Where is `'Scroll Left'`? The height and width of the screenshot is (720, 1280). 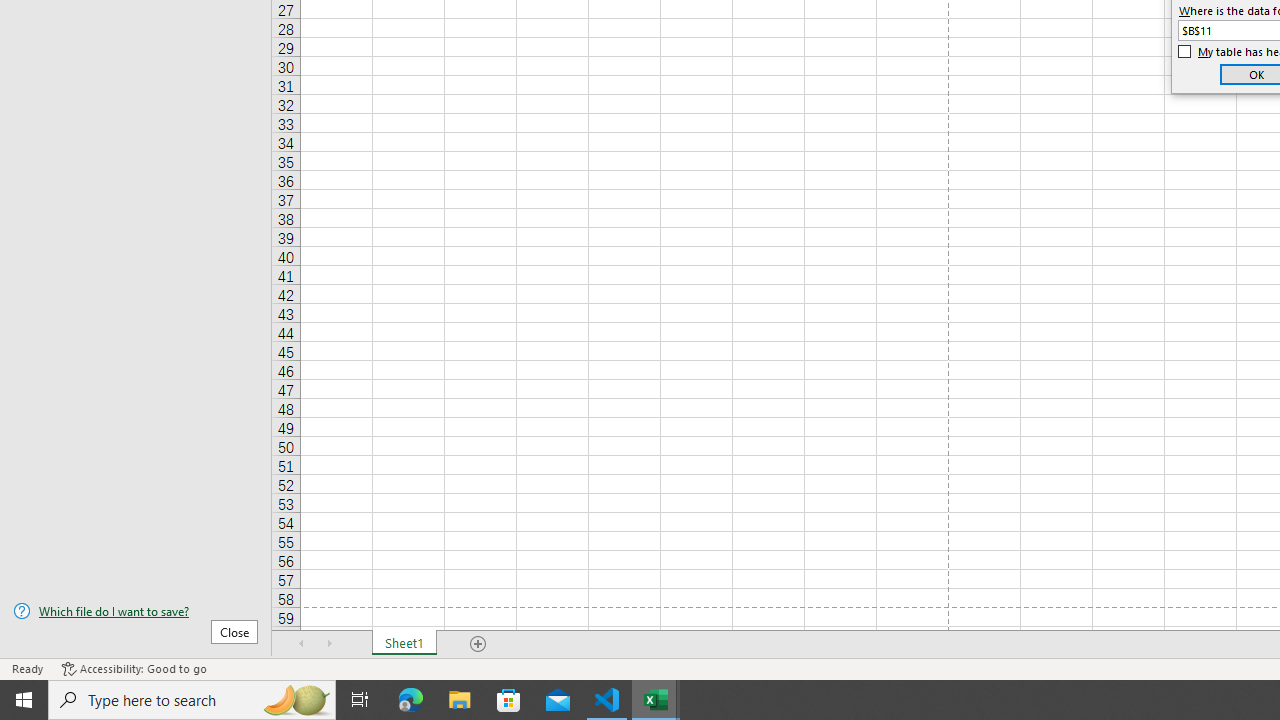
'Scroll Left' is located at coordinates (301, 644).